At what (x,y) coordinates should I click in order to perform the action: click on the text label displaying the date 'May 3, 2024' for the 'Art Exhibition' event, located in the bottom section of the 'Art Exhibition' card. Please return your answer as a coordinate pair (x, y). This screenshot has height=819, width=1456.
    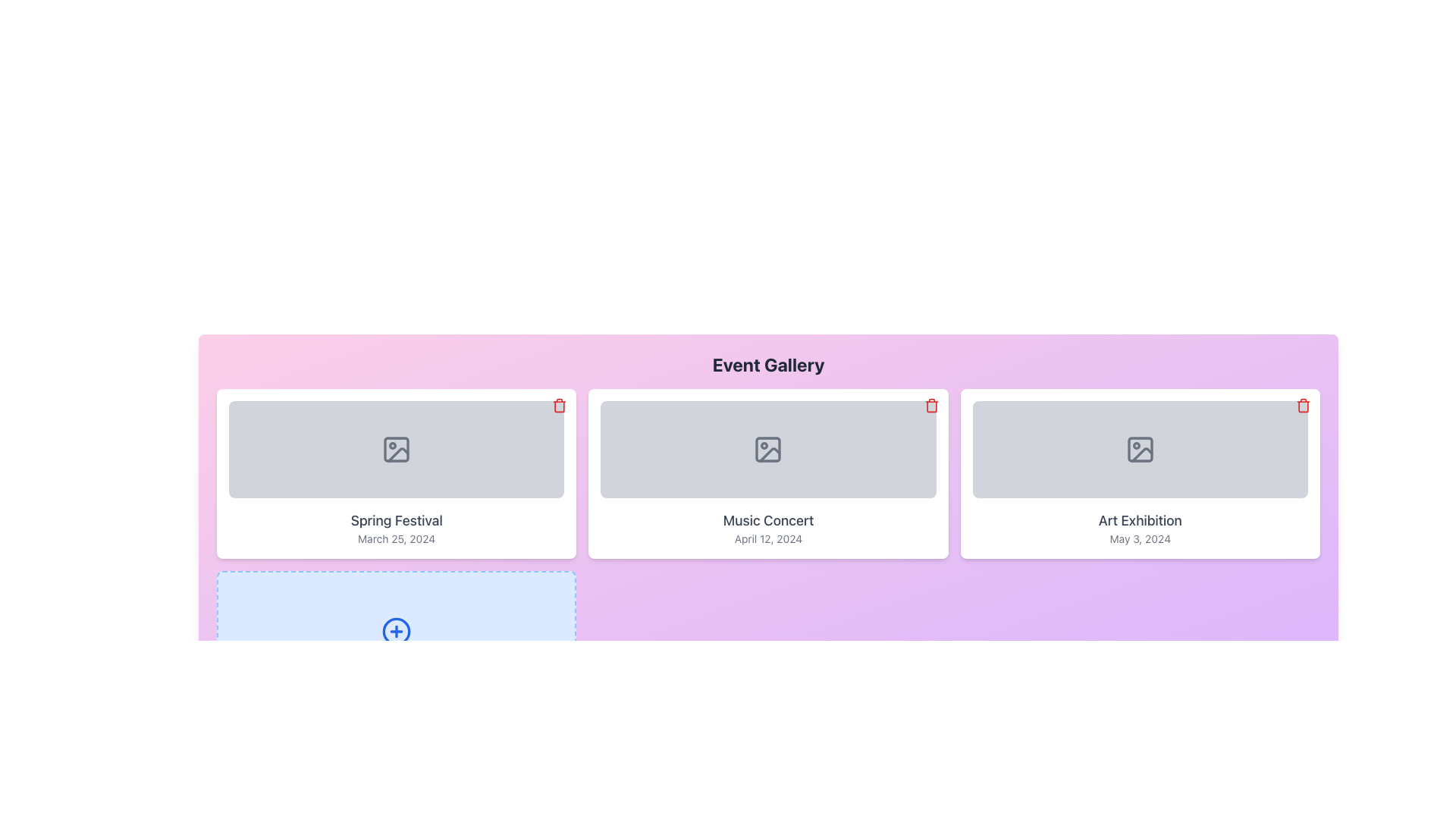
    Looking at the image, I should click on (1140, 538).